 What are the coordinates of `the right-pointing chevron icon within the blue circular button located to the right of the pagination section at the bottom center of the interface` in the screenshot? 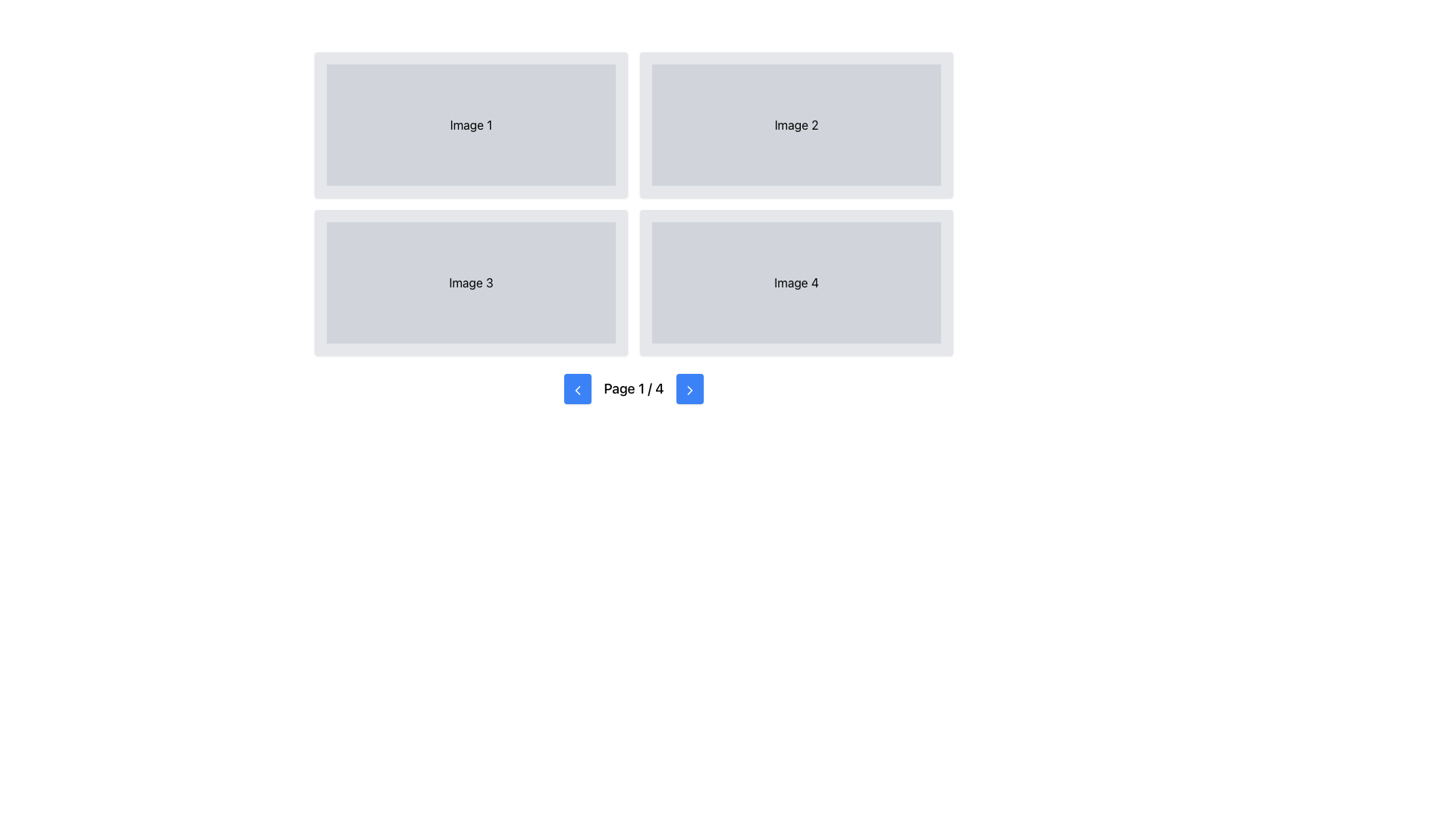 It's located at (689, 389).